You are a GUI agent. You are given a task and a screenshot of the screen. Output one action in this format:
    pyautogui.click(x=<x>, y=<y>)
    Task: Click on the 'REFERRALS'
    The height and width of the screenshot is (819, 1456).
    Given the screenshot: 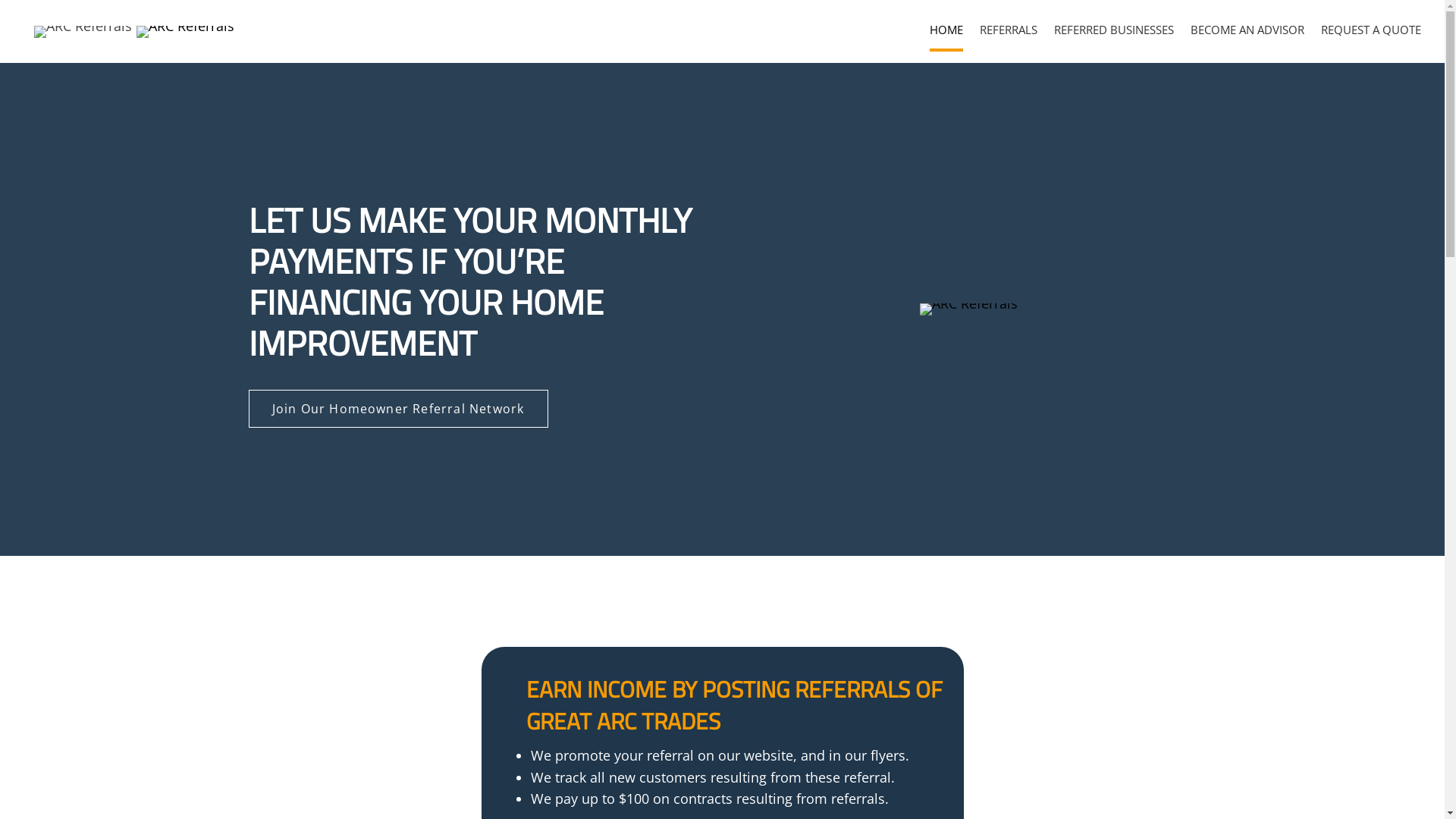 What is the action you would take?
    pyautogui.click(x=1008, y=29)
    